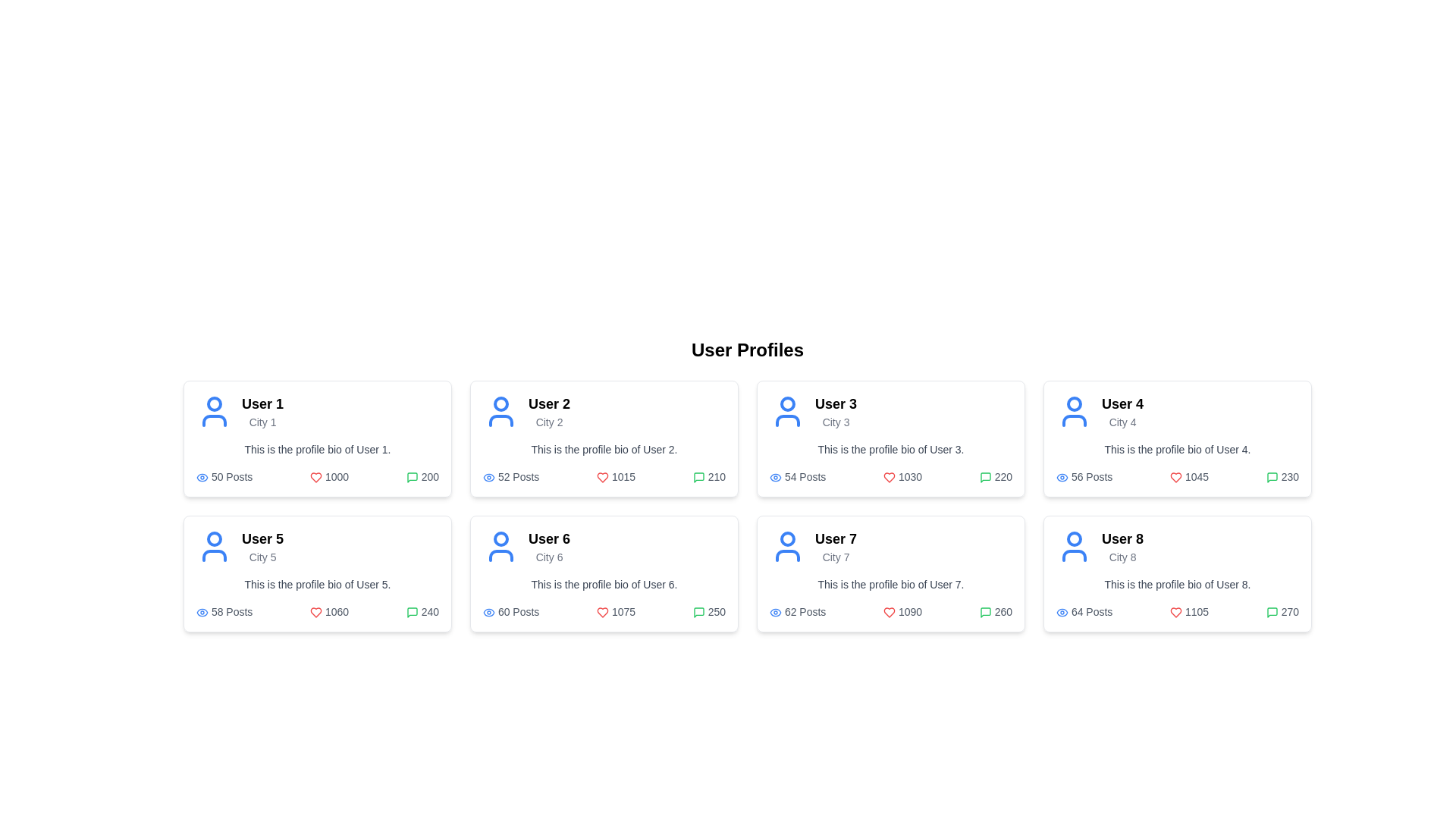  I want to click on displayed number of comments or messages indicated by the Text with Icon located at the bottom-right corner of User 2's profile card, positioned second in the first row after '52 Posts' and '1015', so click(708, 475).